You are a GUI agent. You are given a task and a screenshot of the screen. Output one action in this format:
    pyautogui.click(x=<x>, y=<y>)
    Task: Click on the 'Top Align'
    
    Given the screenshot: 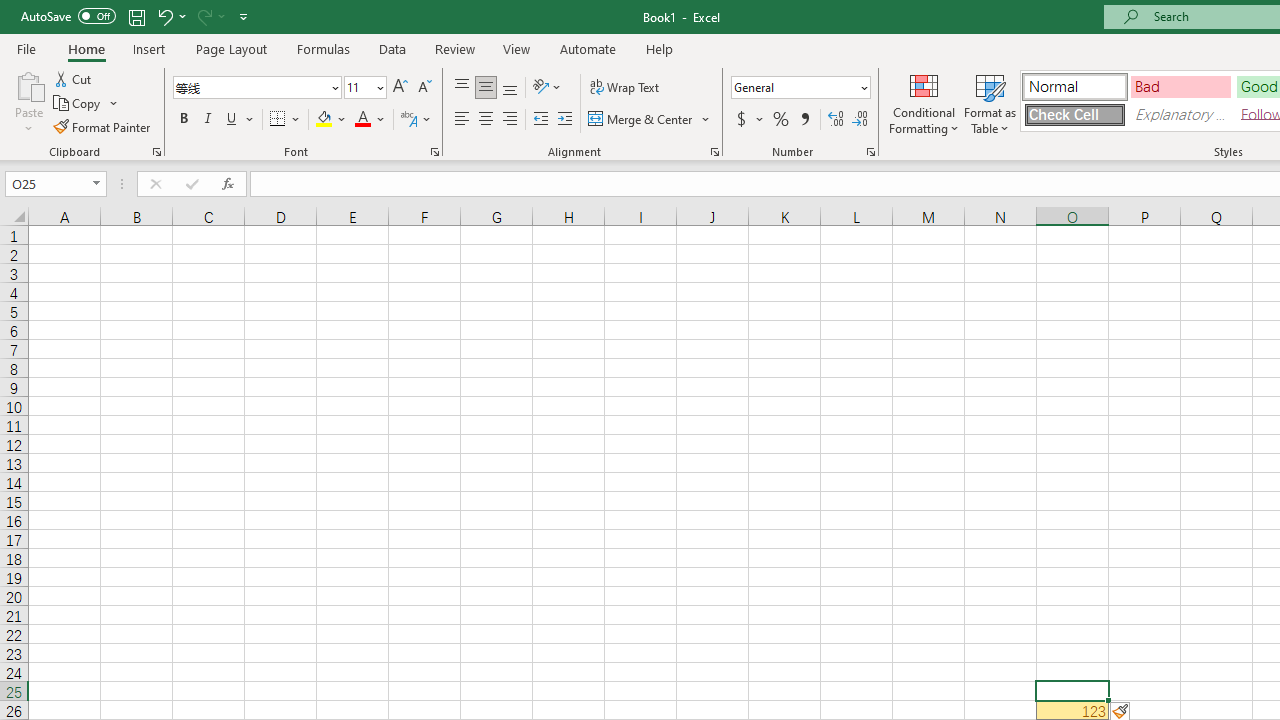 What is the action you would take?
    pyautogui.click(x=461, y=86)
    